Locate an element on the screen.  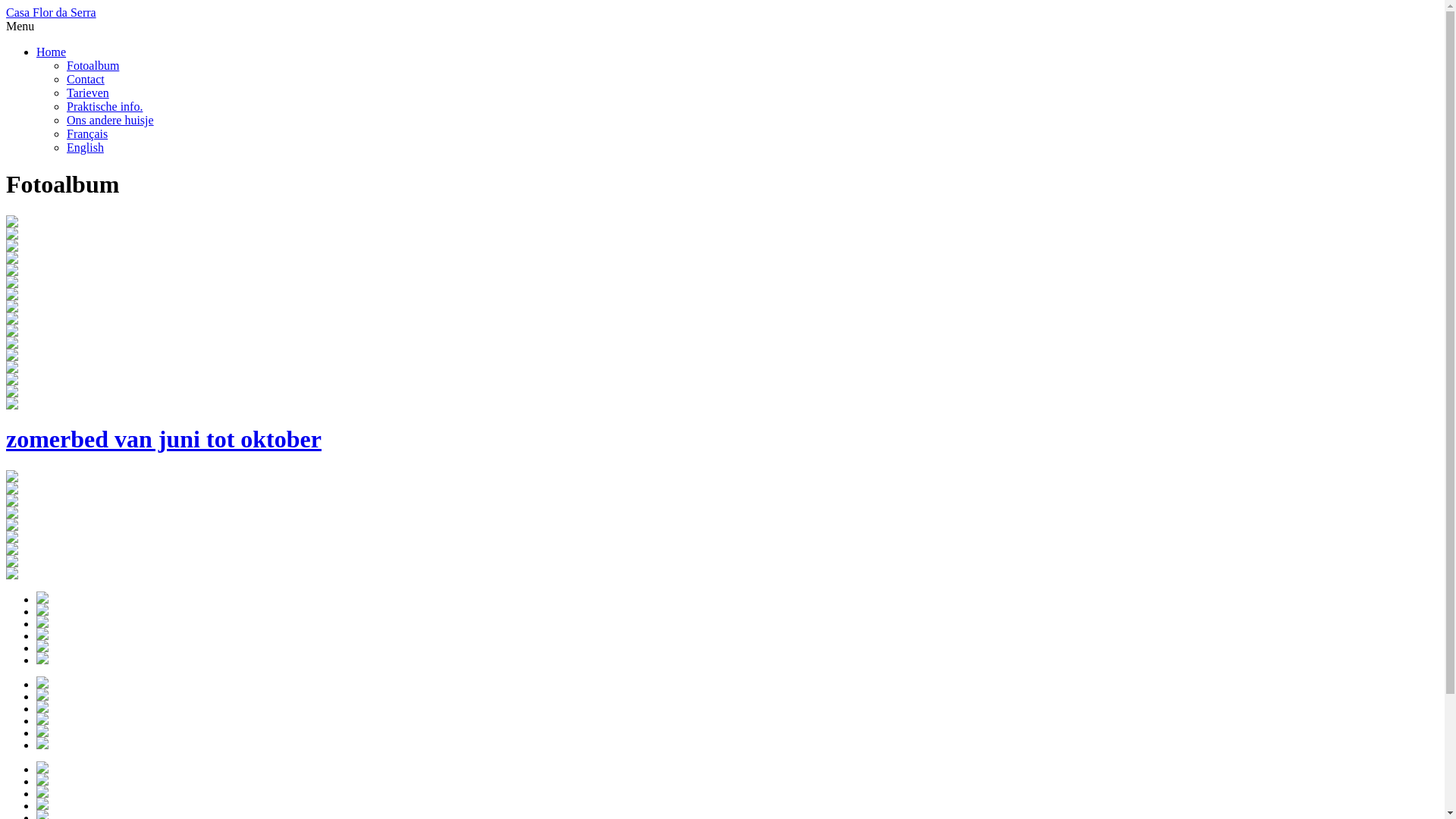
'Menu' is located at coordinates (20, 26).